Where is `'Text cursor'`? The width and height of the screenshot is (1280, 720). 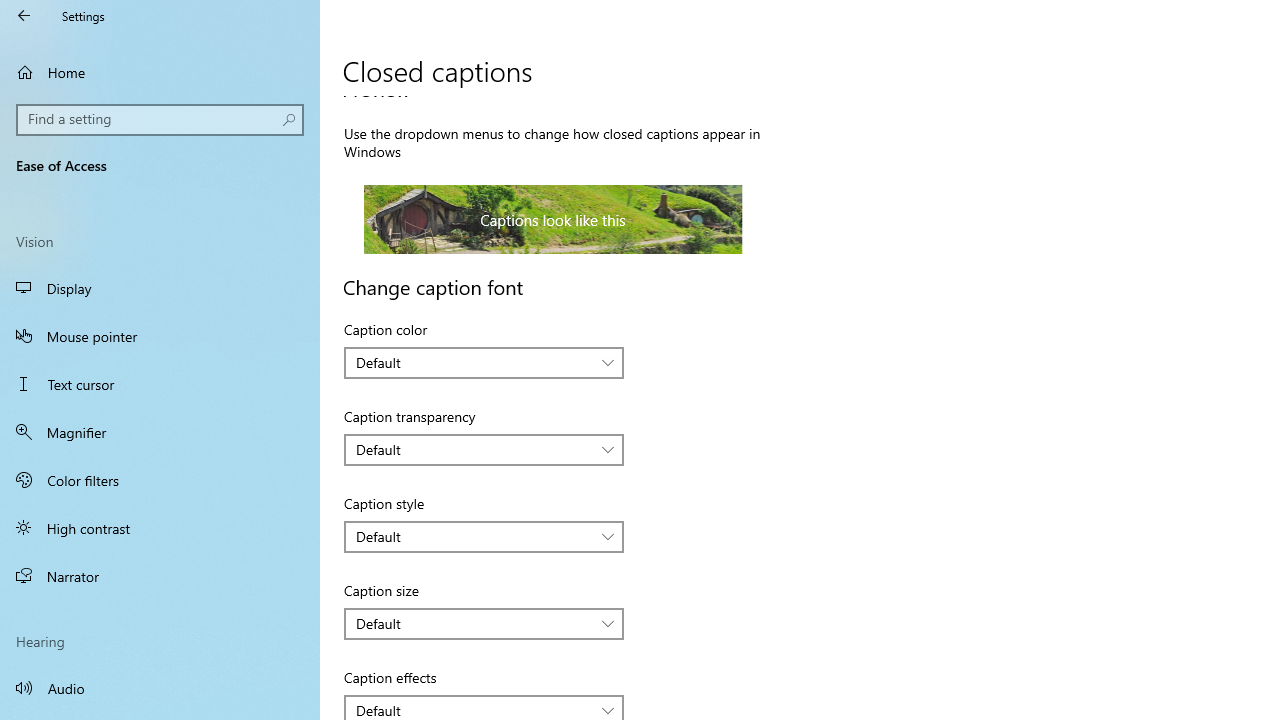 'Text cursor' is located at coordinates (160, 384).